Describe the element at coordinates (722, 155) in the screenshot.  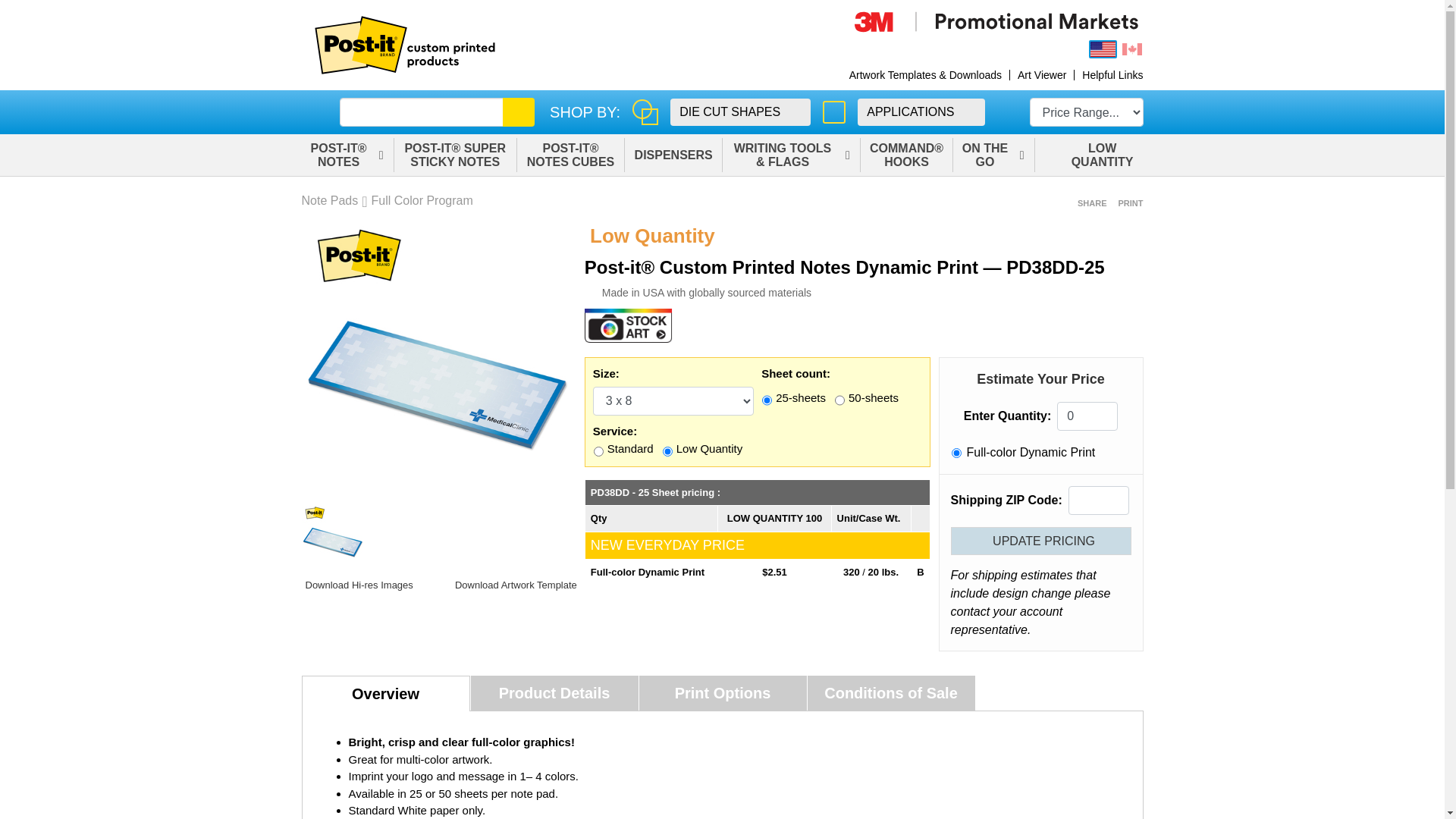
I see `'WRITING TOOLS` at that location.